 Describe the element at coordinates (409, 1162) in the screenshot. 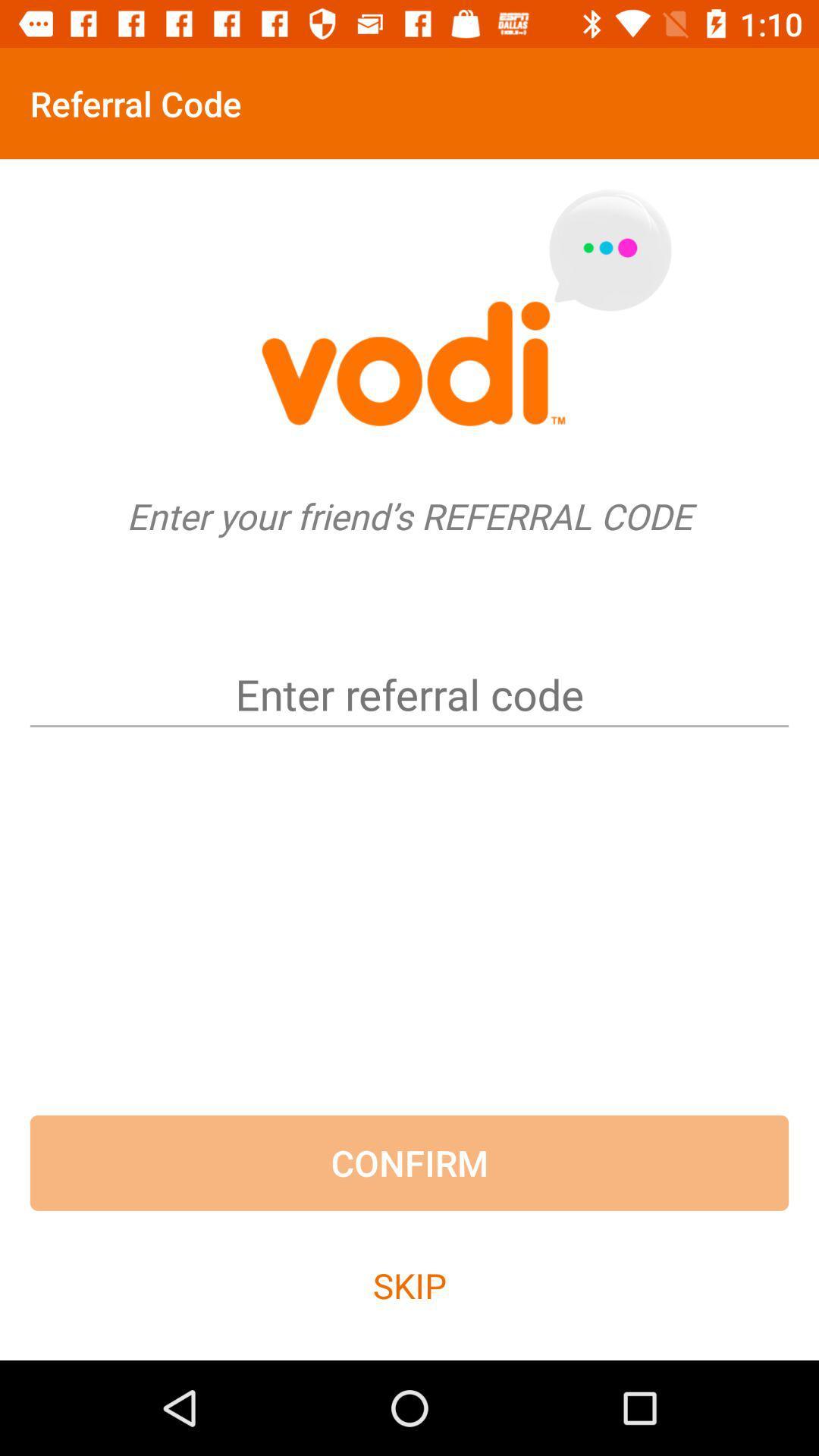

I see `confirm item` at that location.